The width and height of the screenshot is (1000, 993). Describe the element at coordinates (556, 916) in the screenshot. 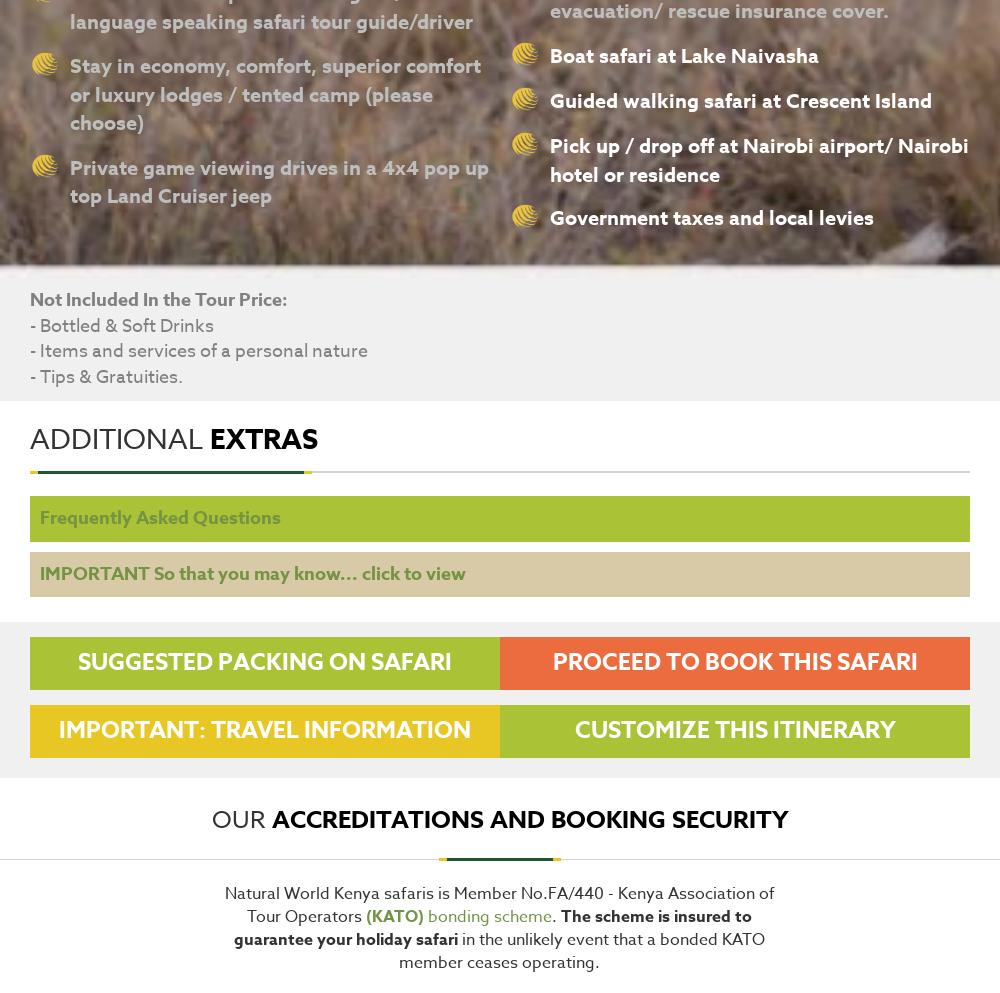

I see `'.'` at that location.